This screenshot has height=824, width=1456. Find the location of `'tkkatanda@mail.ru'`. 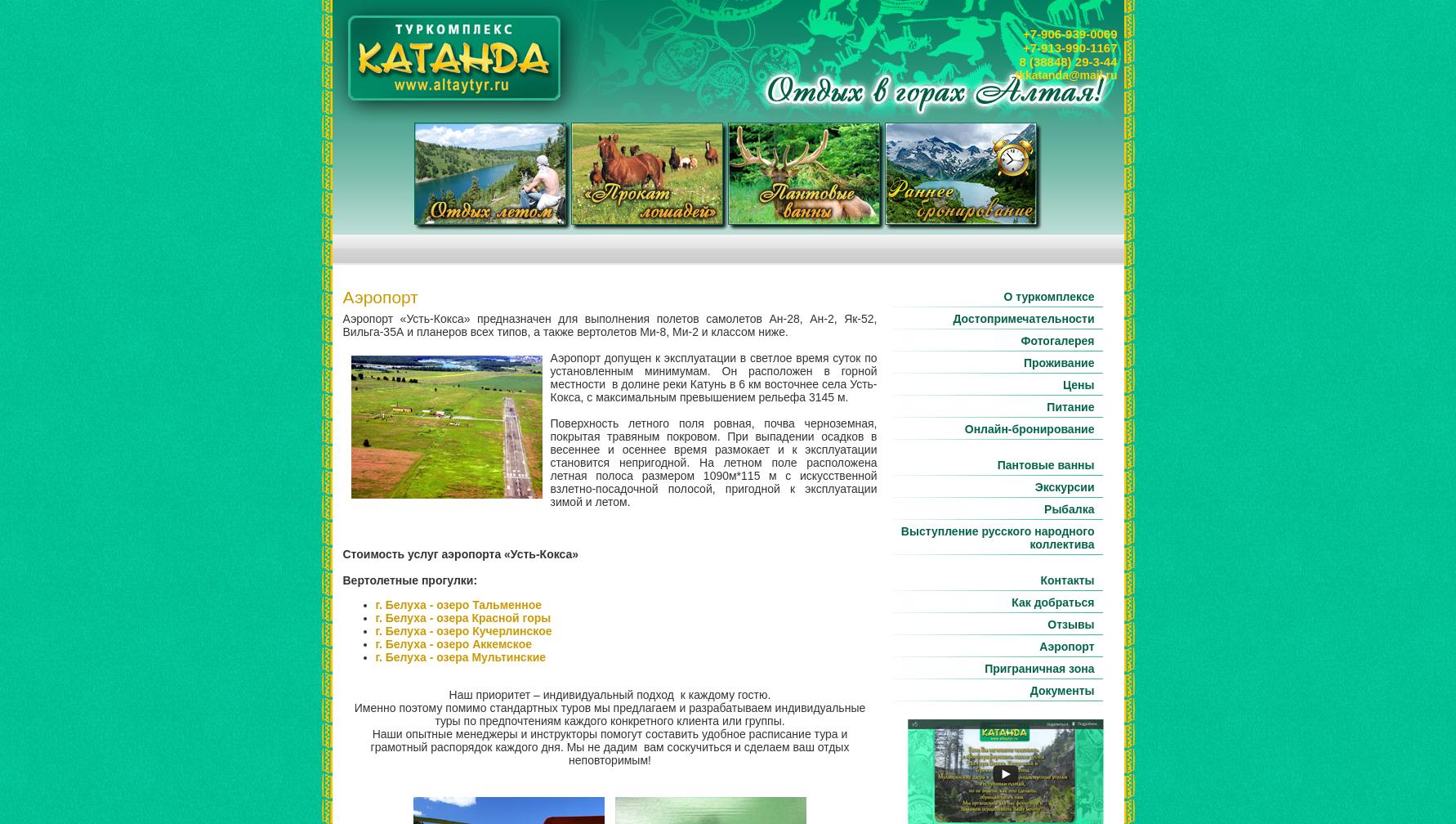

'tkkatanda@mail.ru' is located at coordinates (1065, 75).